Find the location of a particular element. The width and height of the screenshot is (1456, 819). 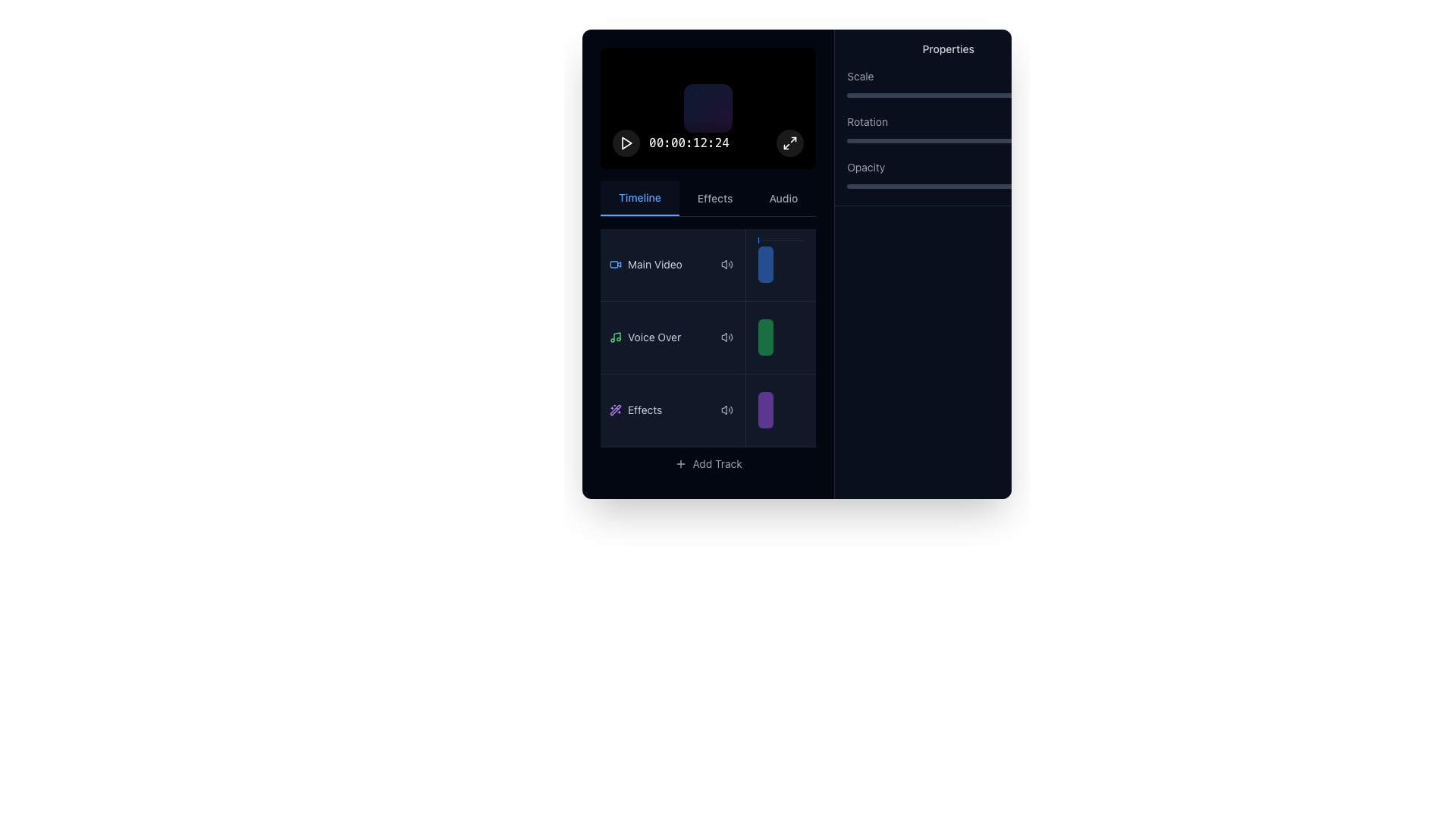

text label indicating the voice-over audio track in the timeline panel, which is positioned adjacent to the green music icon is located at coordinates (654, 337).